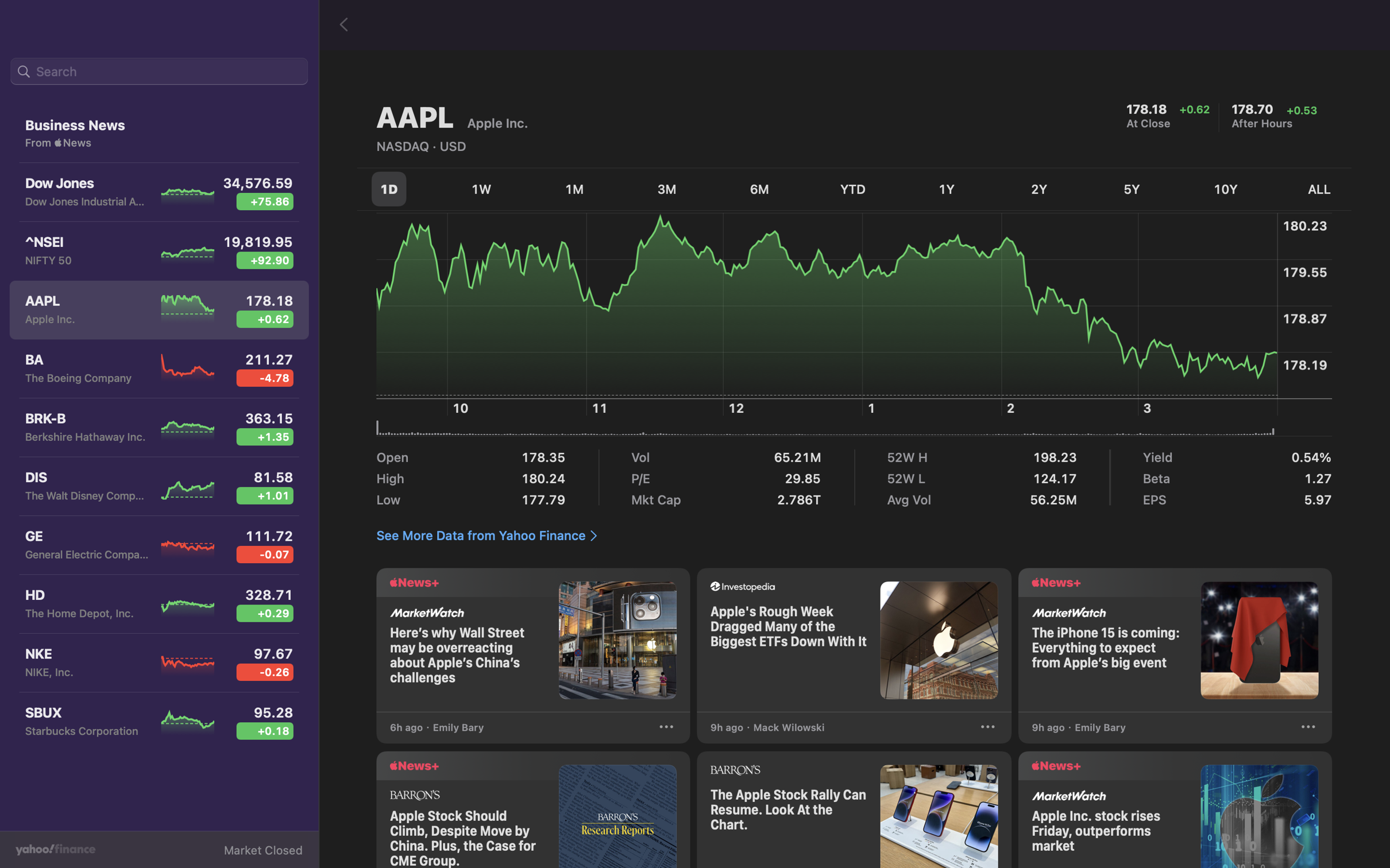 The width and height of the screenshot is (1390, 868). Describe the element at coordinates (1311, 190) in the screenshot. I see `the variations in stock for the complete dataset` at that location.